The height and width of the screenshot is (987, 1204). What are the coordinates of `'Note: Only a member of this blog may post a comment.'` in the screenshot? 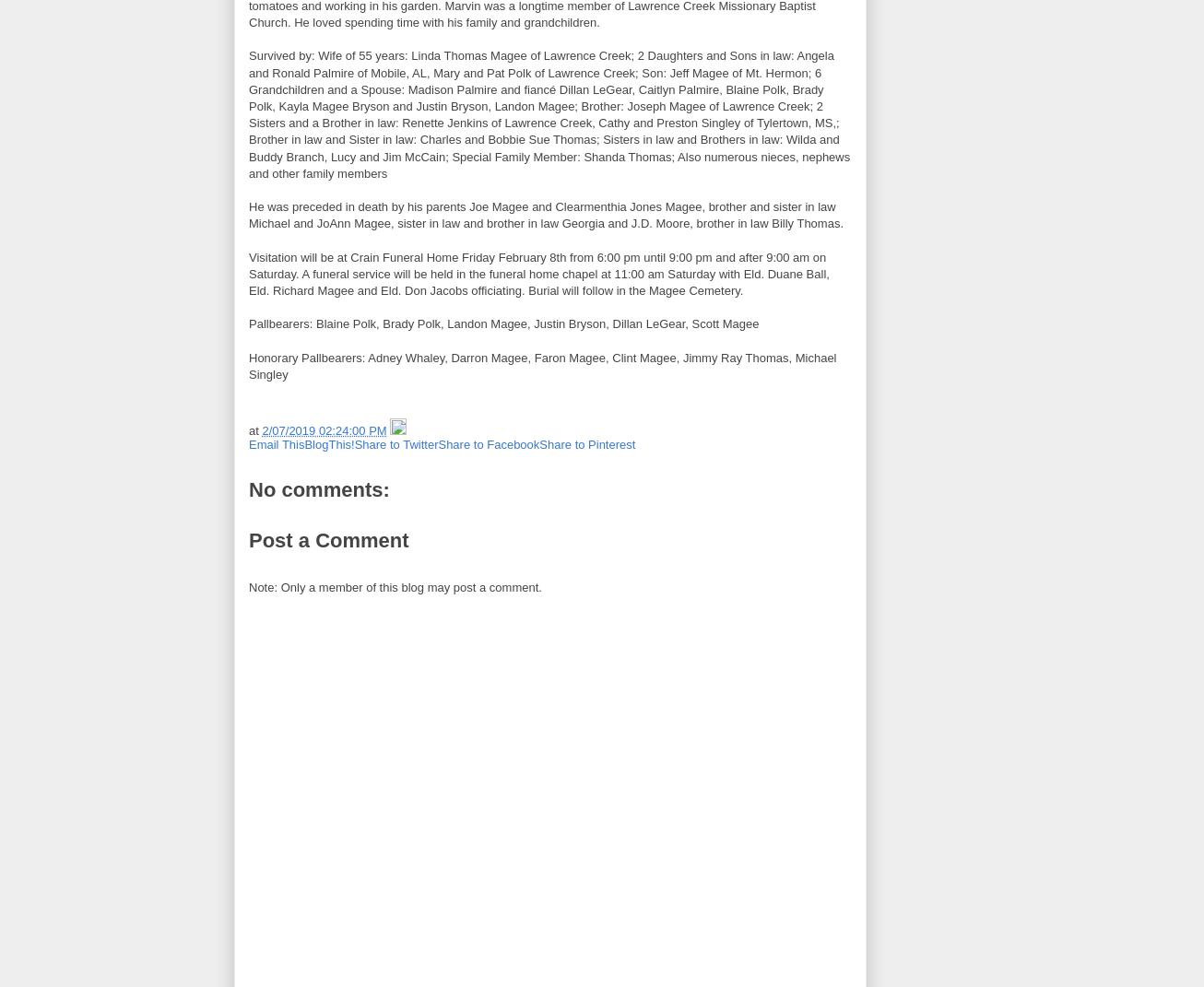 It's located at (395, 585).